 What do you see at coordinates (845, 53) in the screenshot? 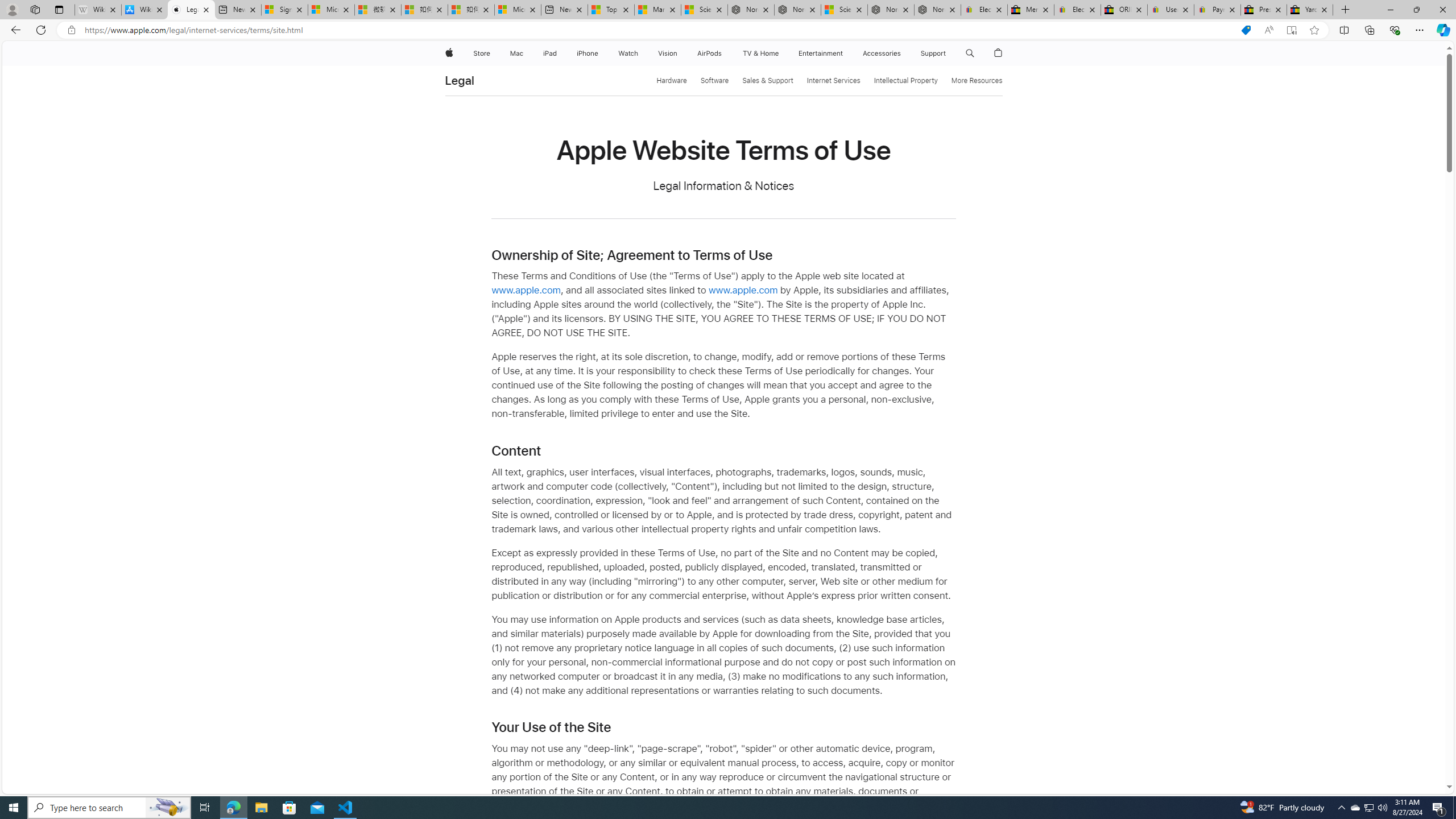
I see `'Entertainment menu'` at bounding box center [845, 53].